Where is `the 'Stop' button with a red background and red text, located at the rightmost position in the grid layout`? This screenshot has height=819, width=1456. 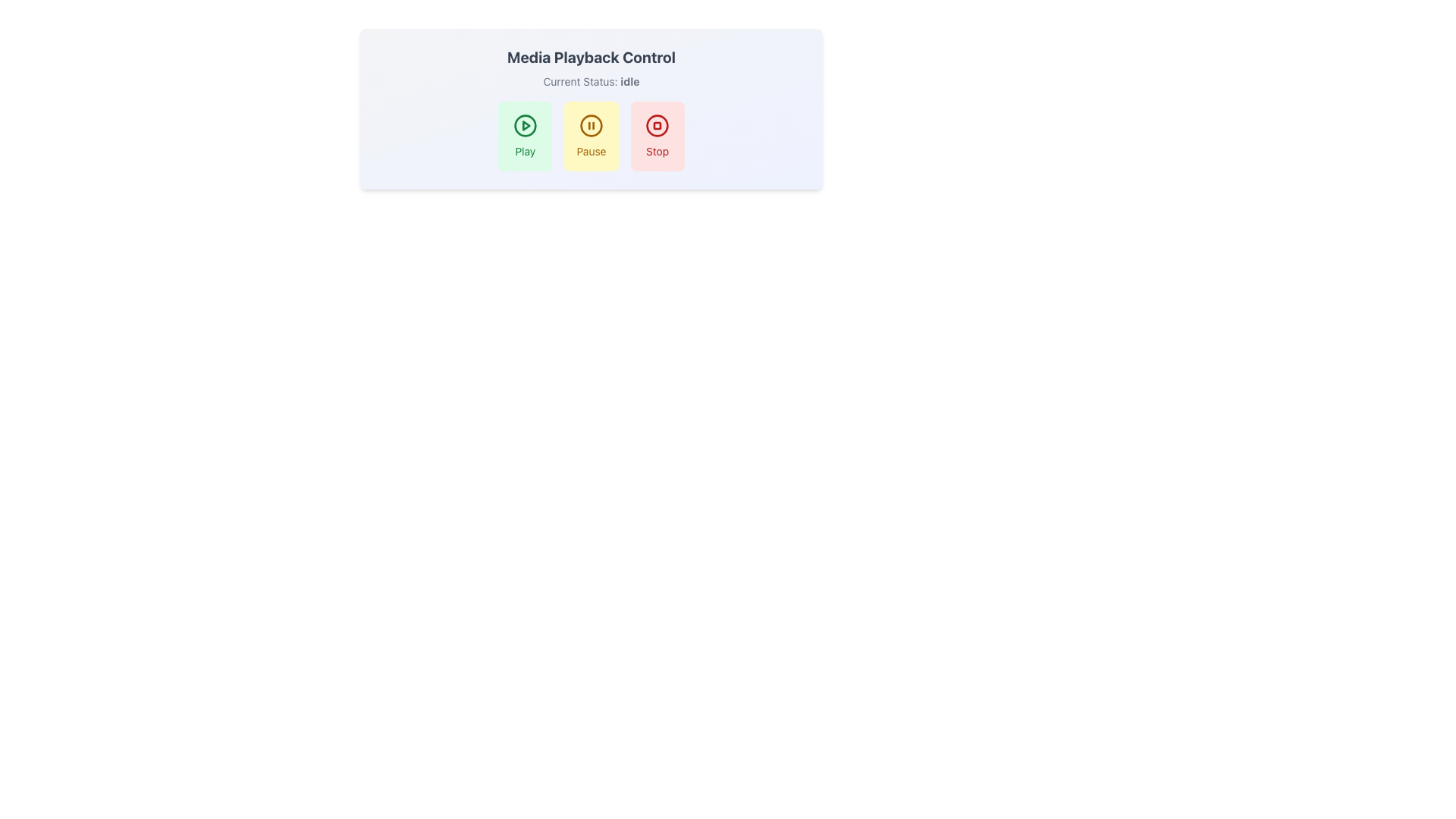 the 'Stop' button with a red background and red text, located at the rightmost position in the grid layout is located at coordinates (657, 136).